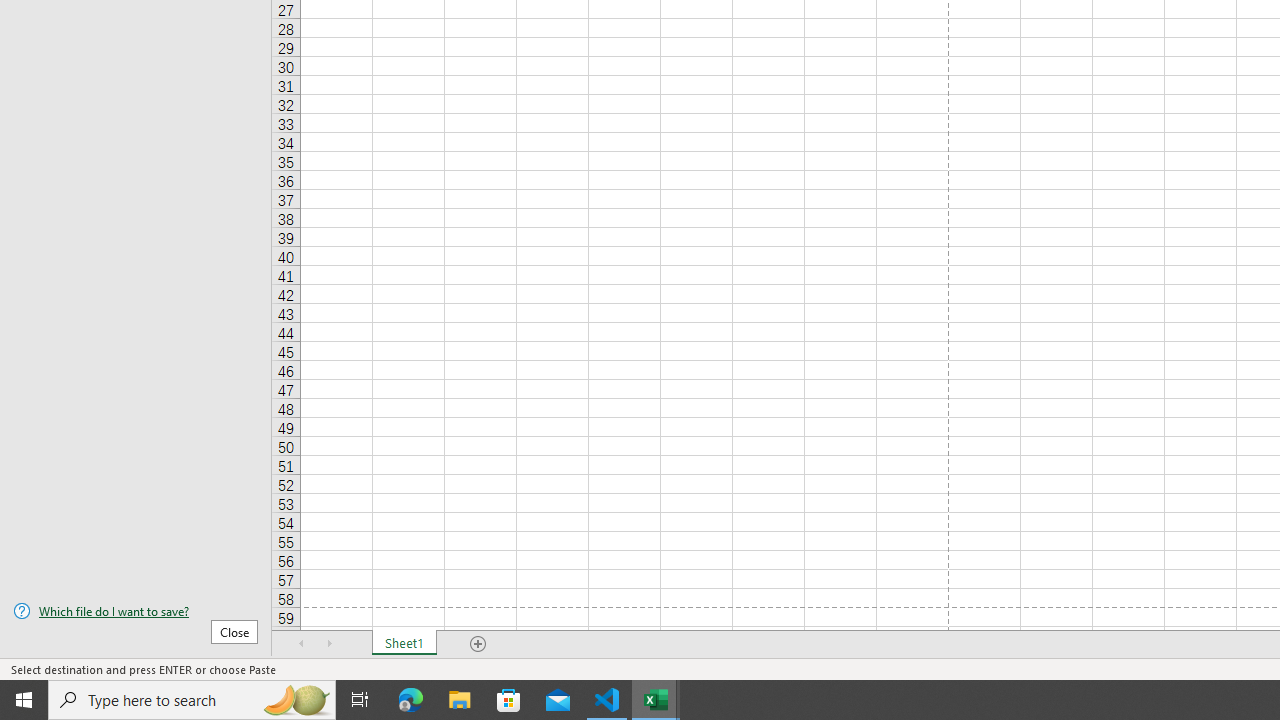 This screenshot has width=1280, height=720. What do you see at coordinates (24, 698) in the screenshot?
I see `'Start'` at bounding box center [24, 698].